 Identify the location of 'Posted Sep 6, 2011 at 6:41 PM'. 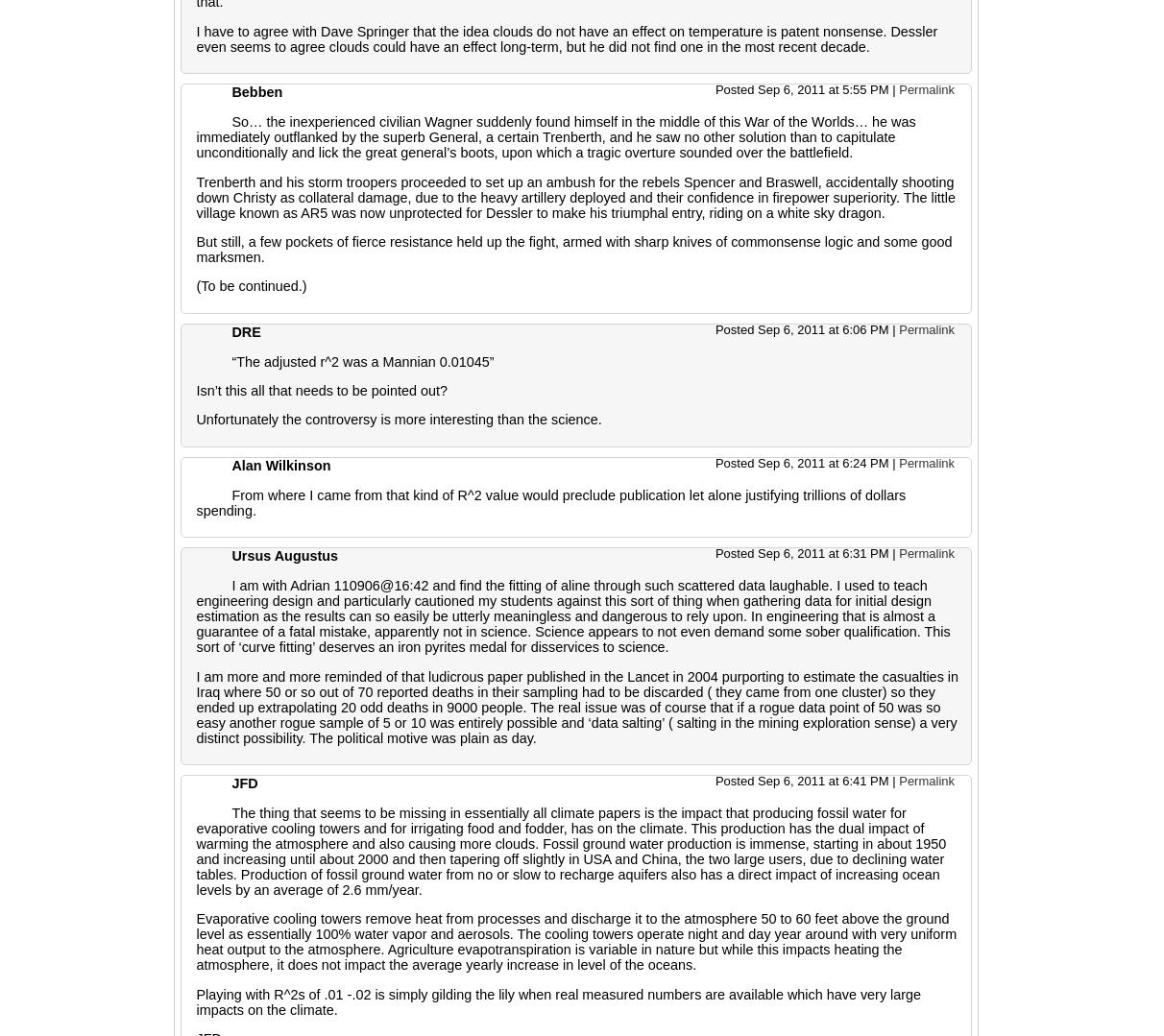
(803, 780).